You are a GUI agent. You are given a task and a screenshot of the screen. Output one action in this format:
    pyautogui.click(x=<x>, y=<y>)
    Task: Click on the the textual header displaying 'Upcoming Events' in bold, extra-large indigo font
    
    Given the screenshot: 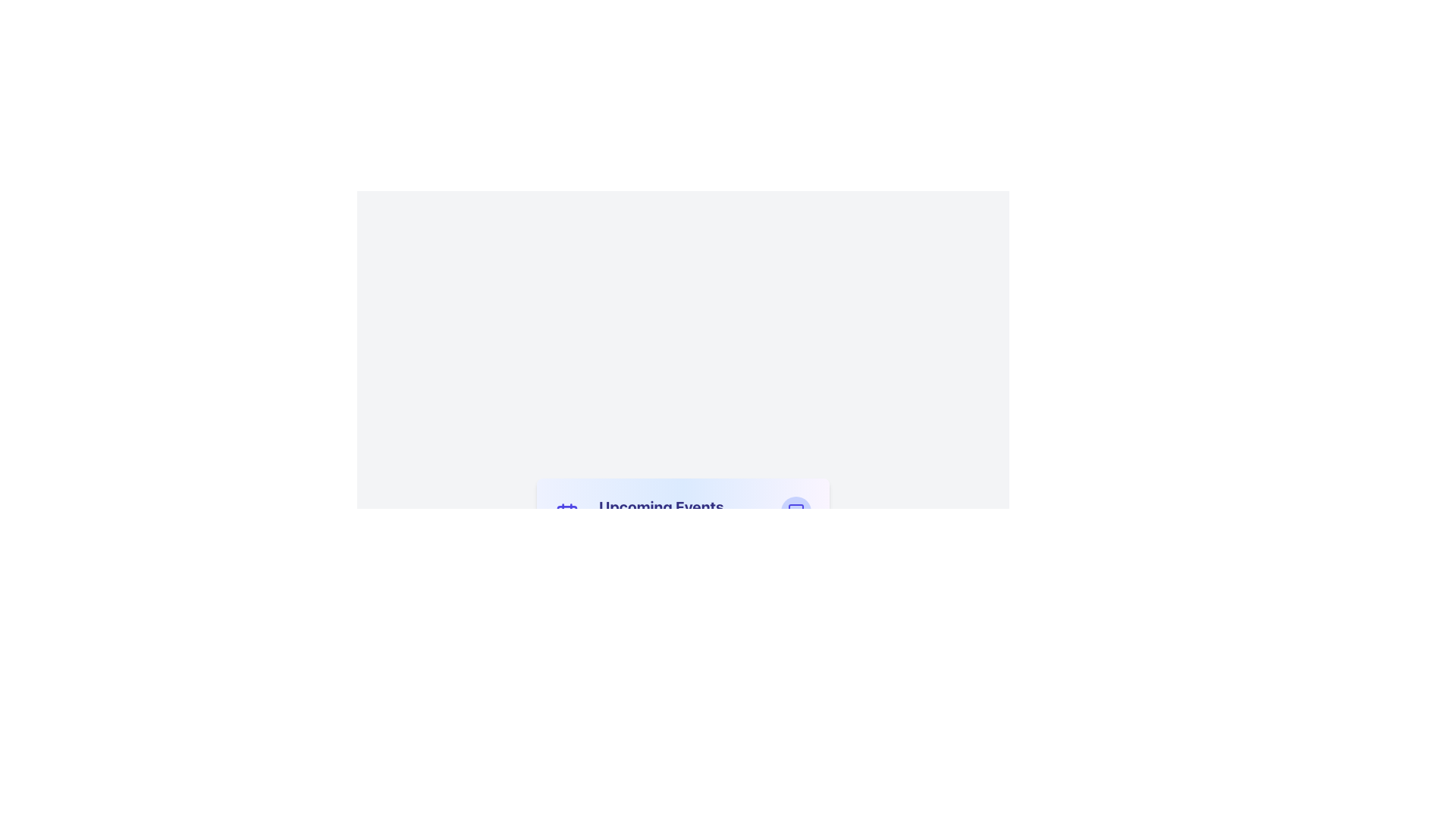 What is the action you would take?
    pyautogui.click(x=661, y=507)
    